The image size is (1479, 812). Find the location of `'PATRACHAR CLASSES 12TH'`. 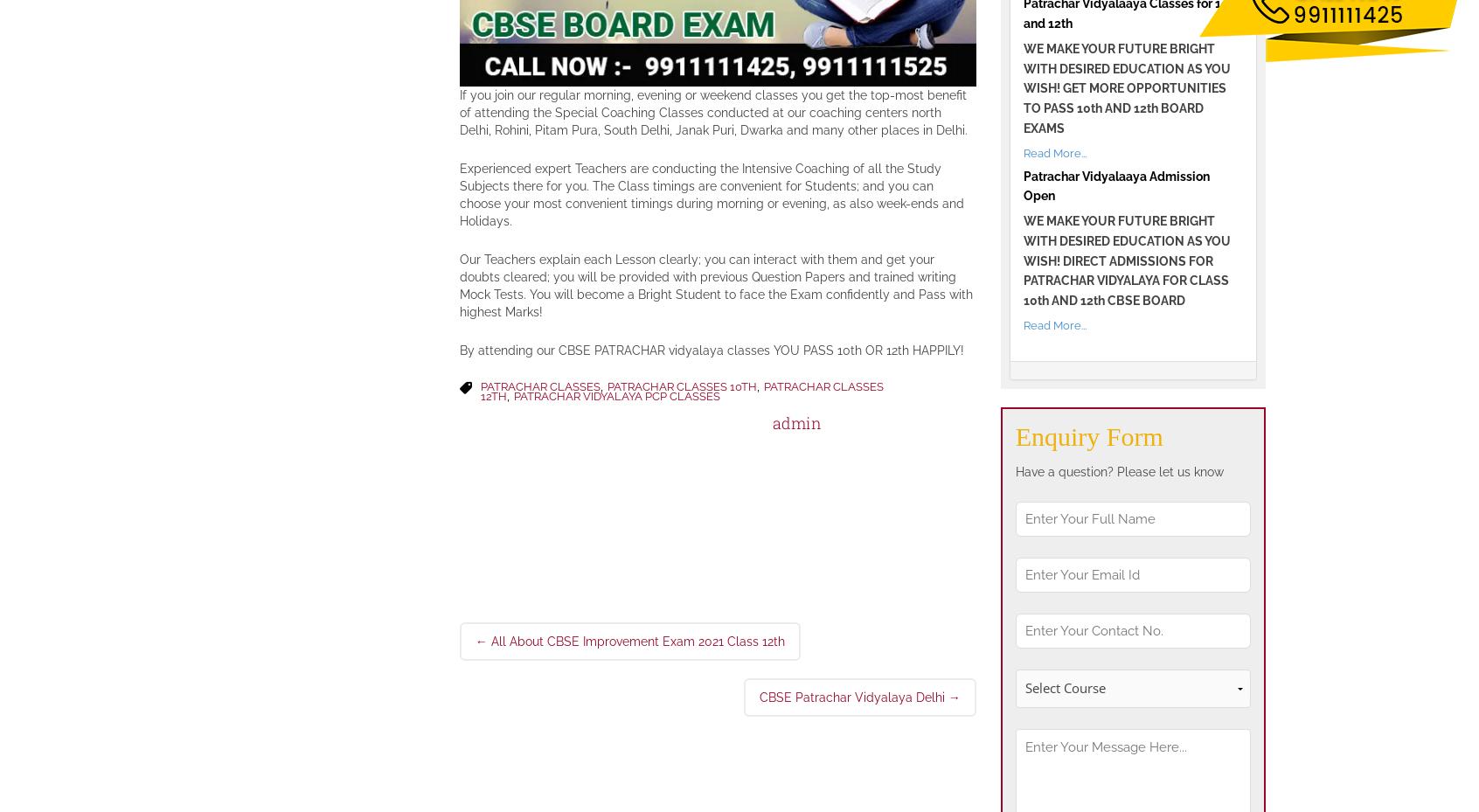

'PATRACHAR CLASSES 12TH' is located at coordinates (480, 390).